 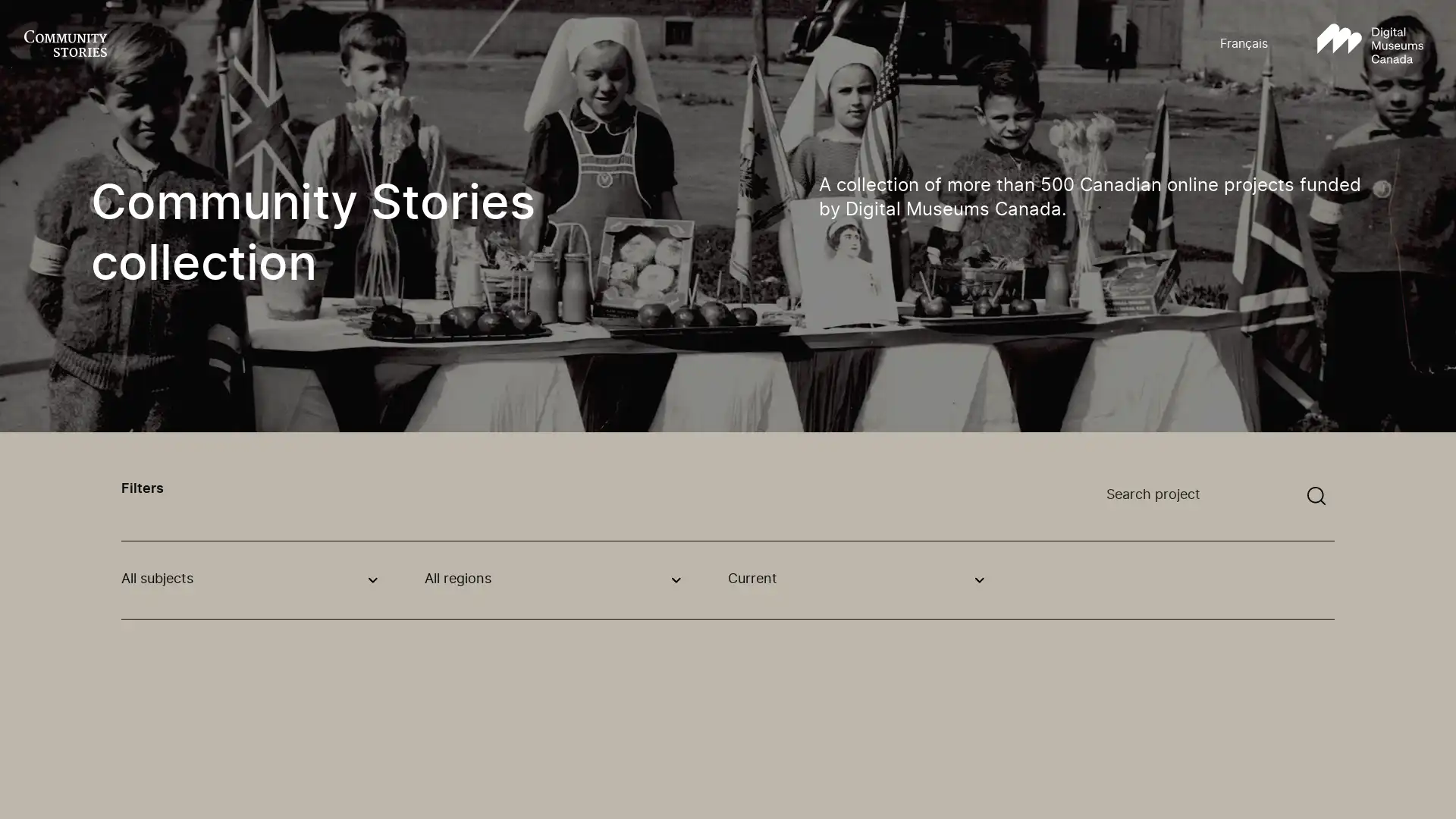 What do you see at coordinates (1316, 496) in the screenshot?
I see `Submit` at bounding box center [1316, 496].